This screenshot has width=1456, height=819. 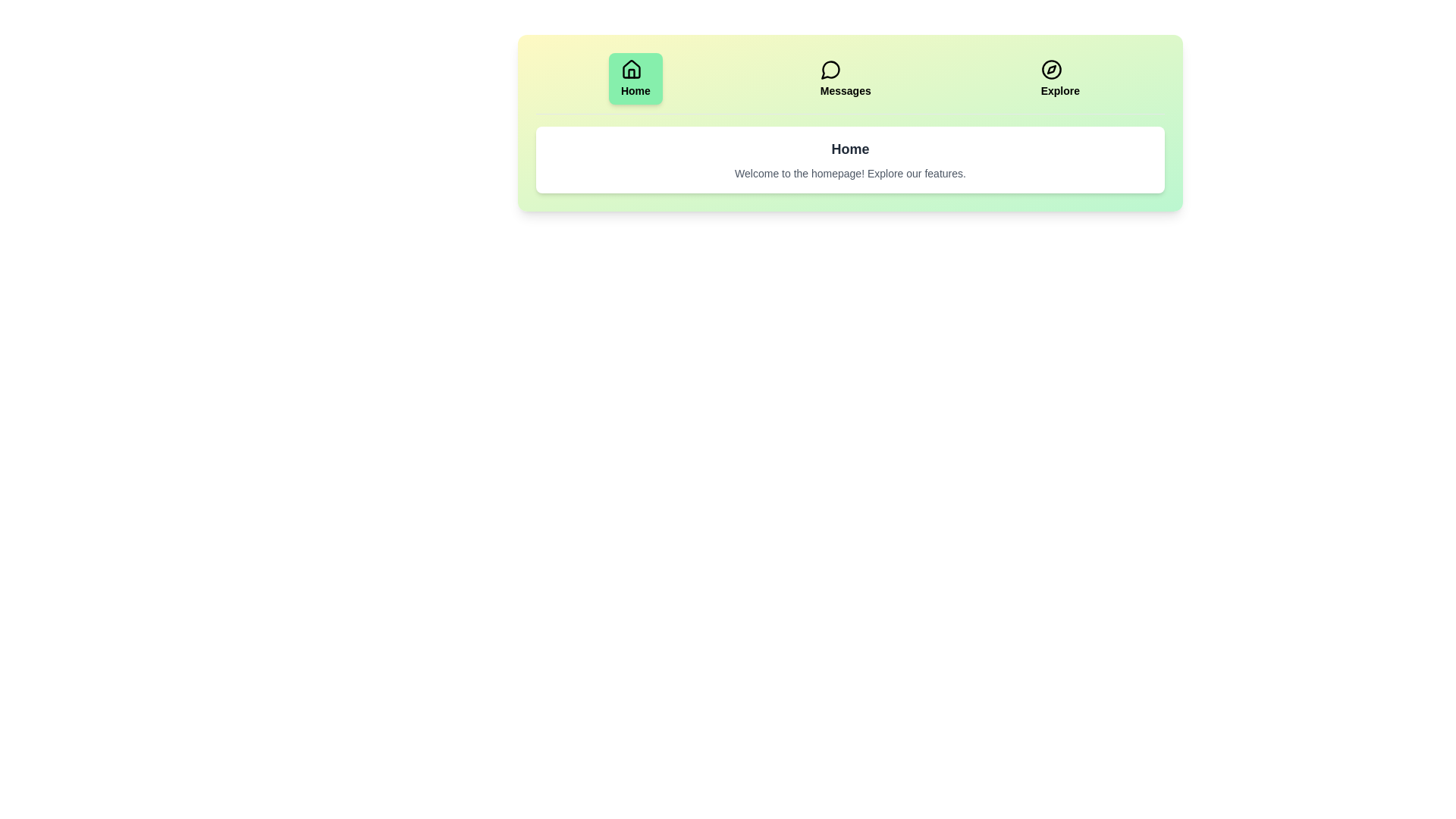 I want to click on the Home tab, so click(x=635, y=79).